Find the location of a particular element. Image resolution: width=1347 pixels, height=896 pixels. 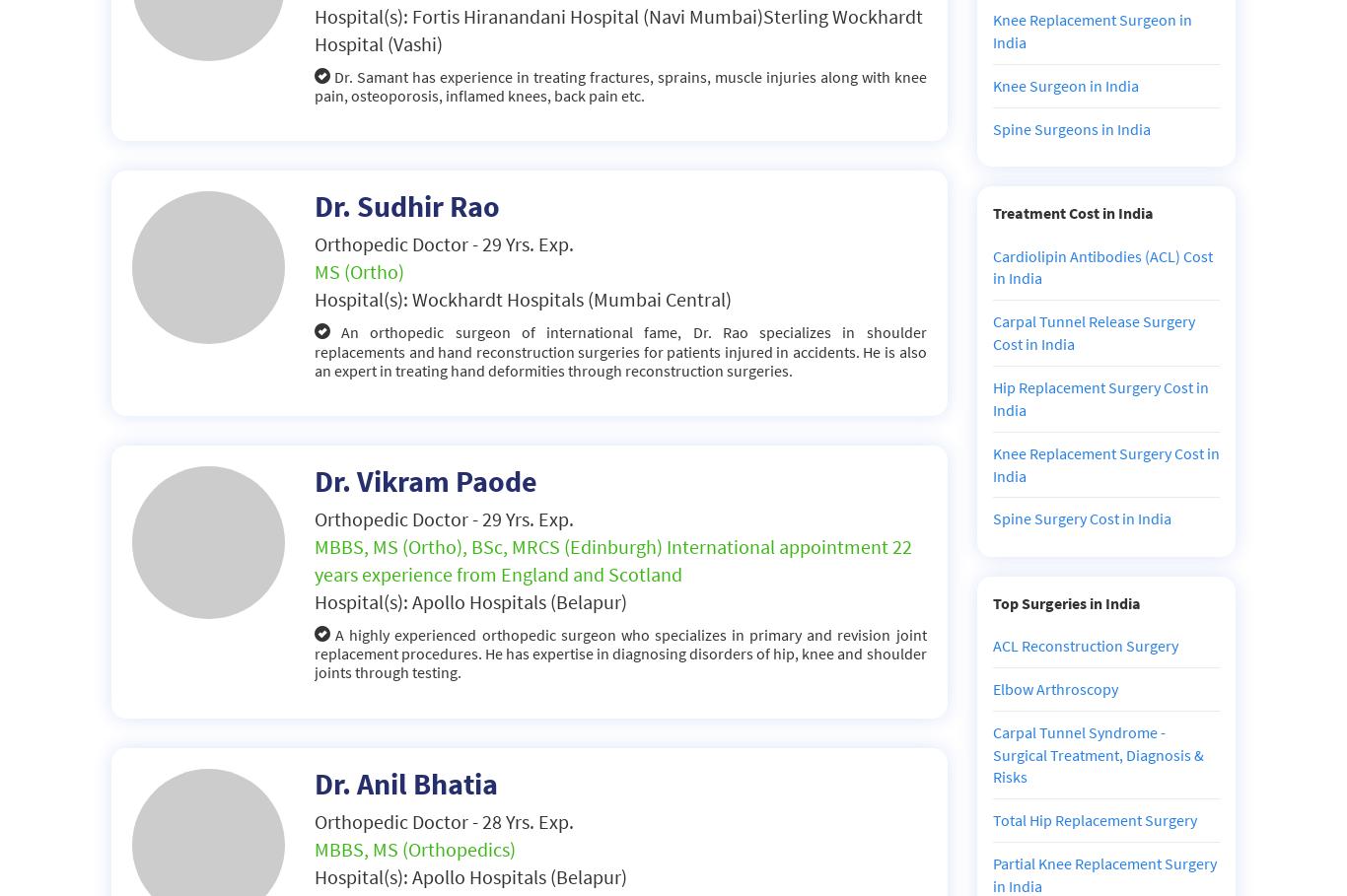

'Orthopedic Doctor - 28 Yrs. Exp.' is located at coordinates (443, 820).